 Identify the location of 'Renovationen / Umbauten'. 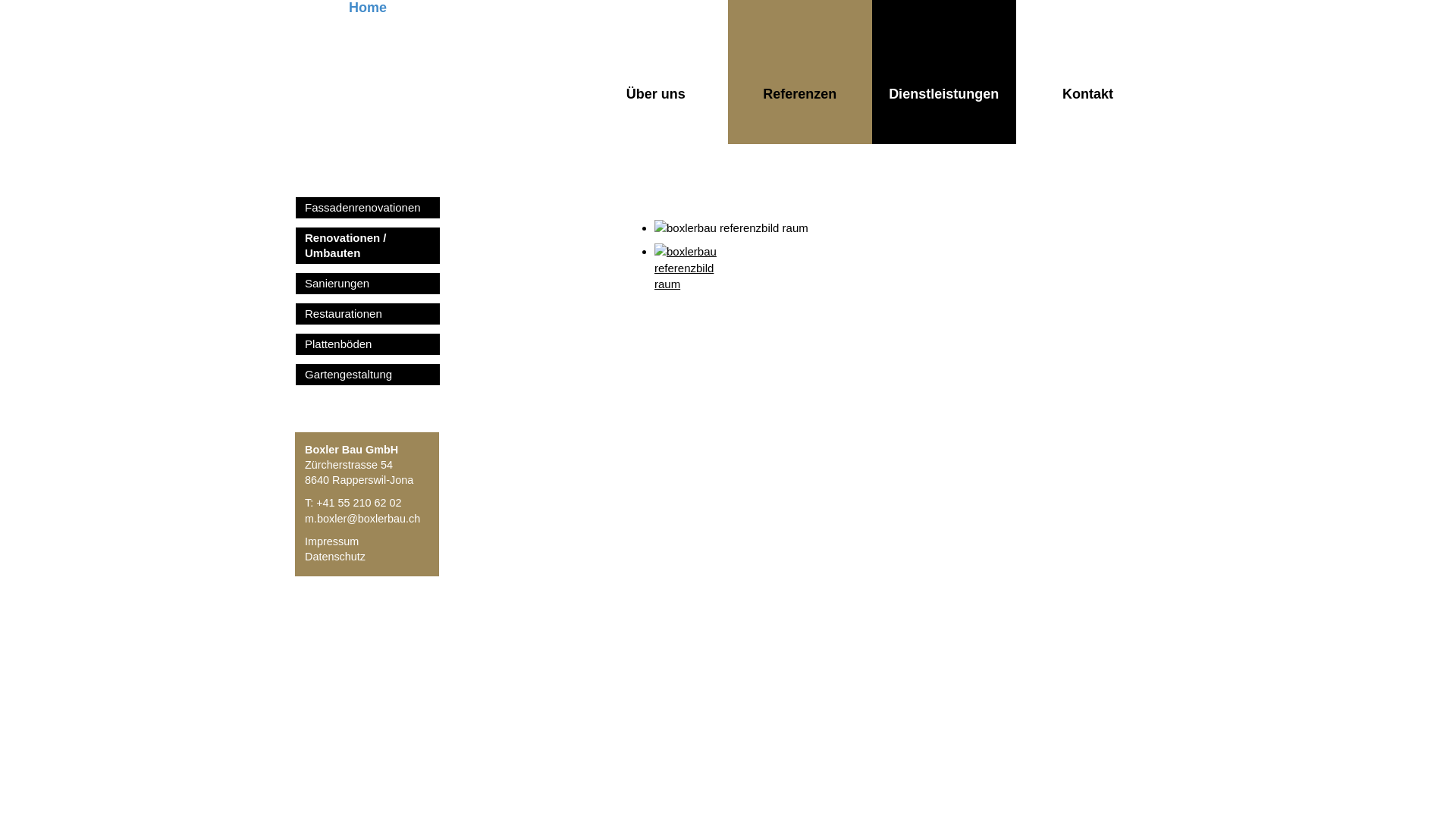
(367, 245).